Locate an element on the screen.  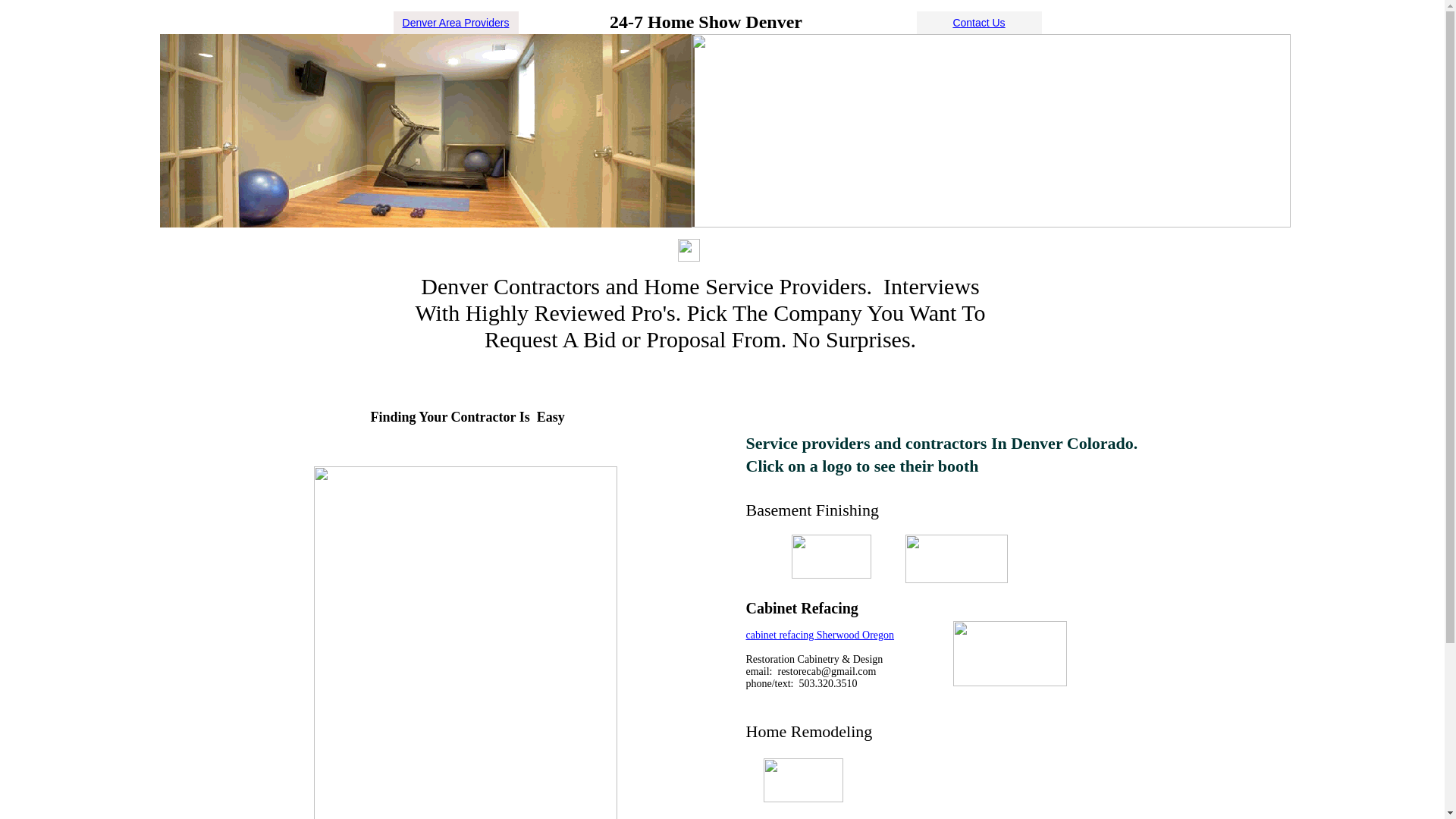
'cabinet refacing Sherwood Oregon' is located at coordinates (819, 635).